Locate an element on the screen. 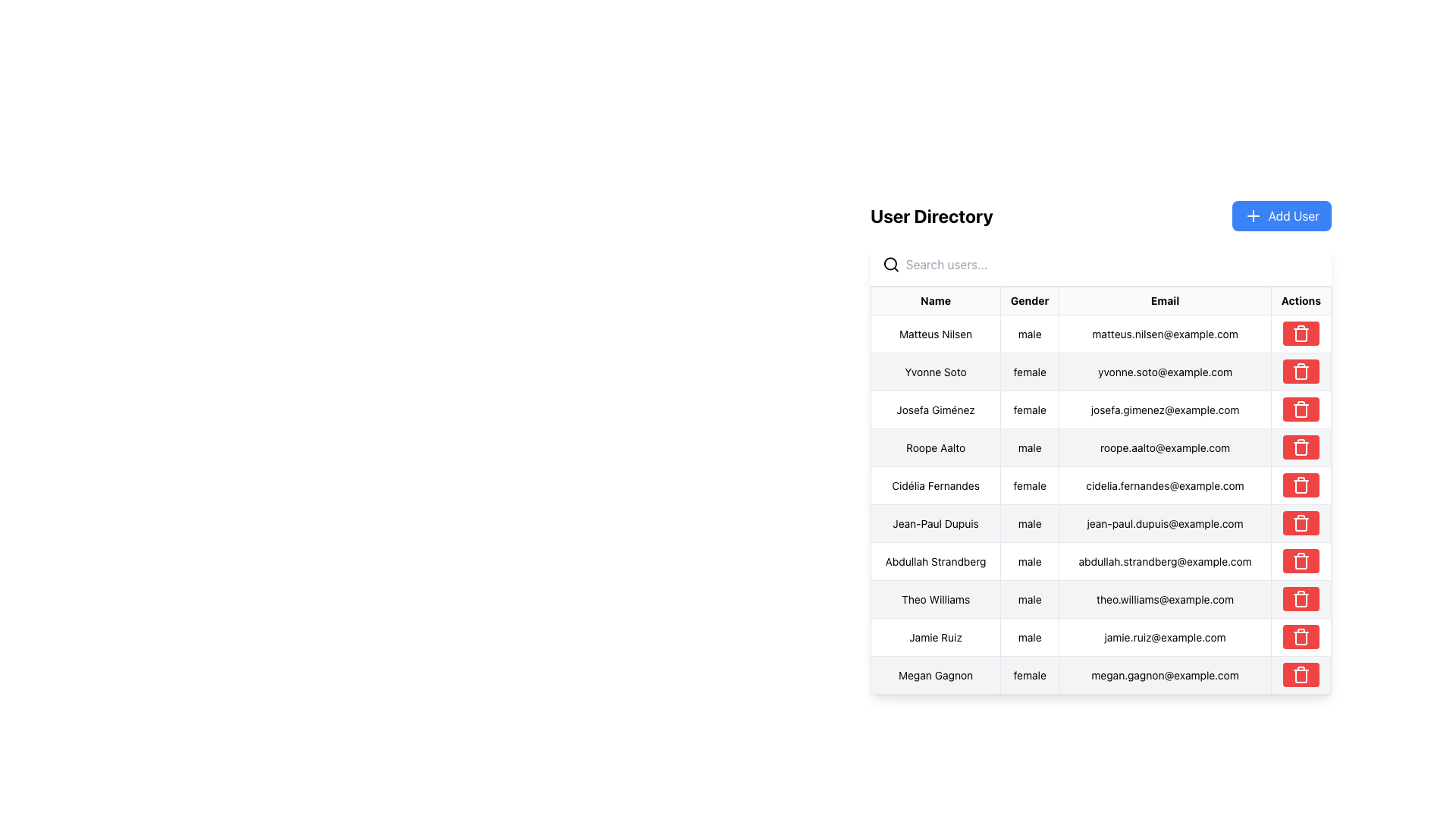 The image size is (1456, 819). the delete button in the 'Actions' column of the row for 'matteus.nilsen@example.com' is located at coordinates (1300, 332).